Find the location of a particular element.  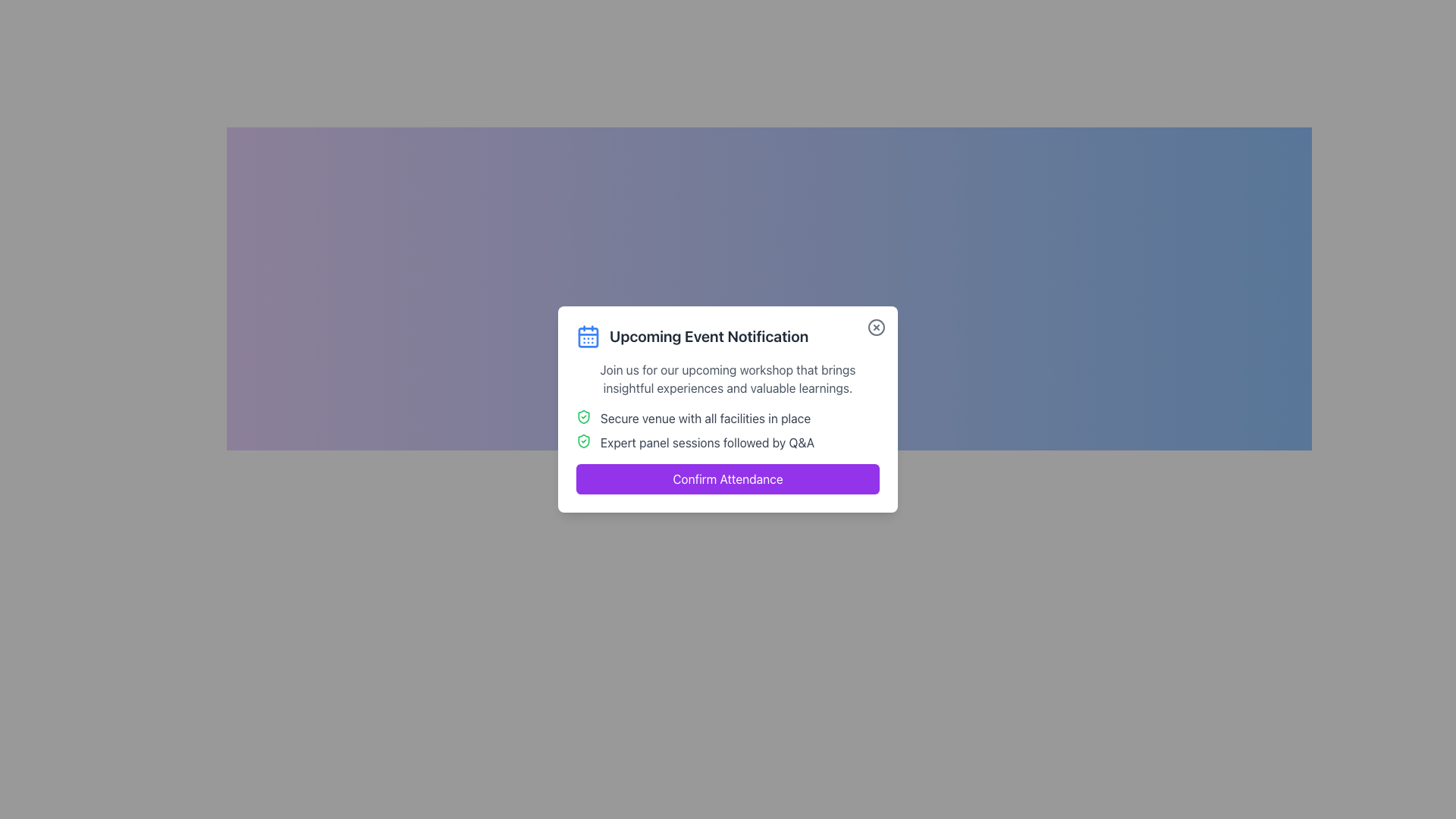

the shield icon with a checkmark, which symbolizes security and is located to the left of the text 'Expert panel sessions followed by Q&A' is located at coordinates (582, 417).